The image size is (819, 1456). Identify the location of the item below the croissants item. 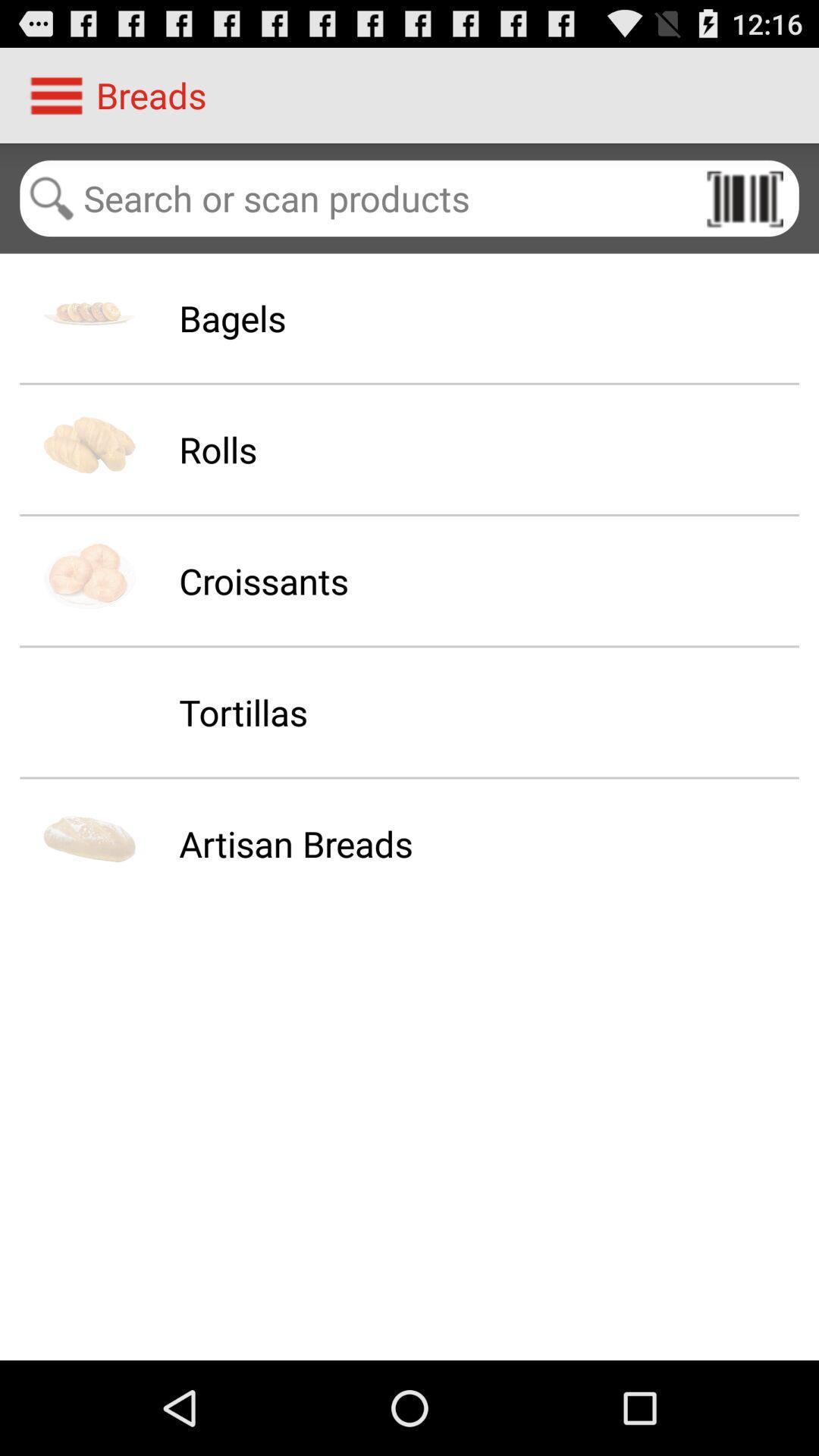
(242, 711).